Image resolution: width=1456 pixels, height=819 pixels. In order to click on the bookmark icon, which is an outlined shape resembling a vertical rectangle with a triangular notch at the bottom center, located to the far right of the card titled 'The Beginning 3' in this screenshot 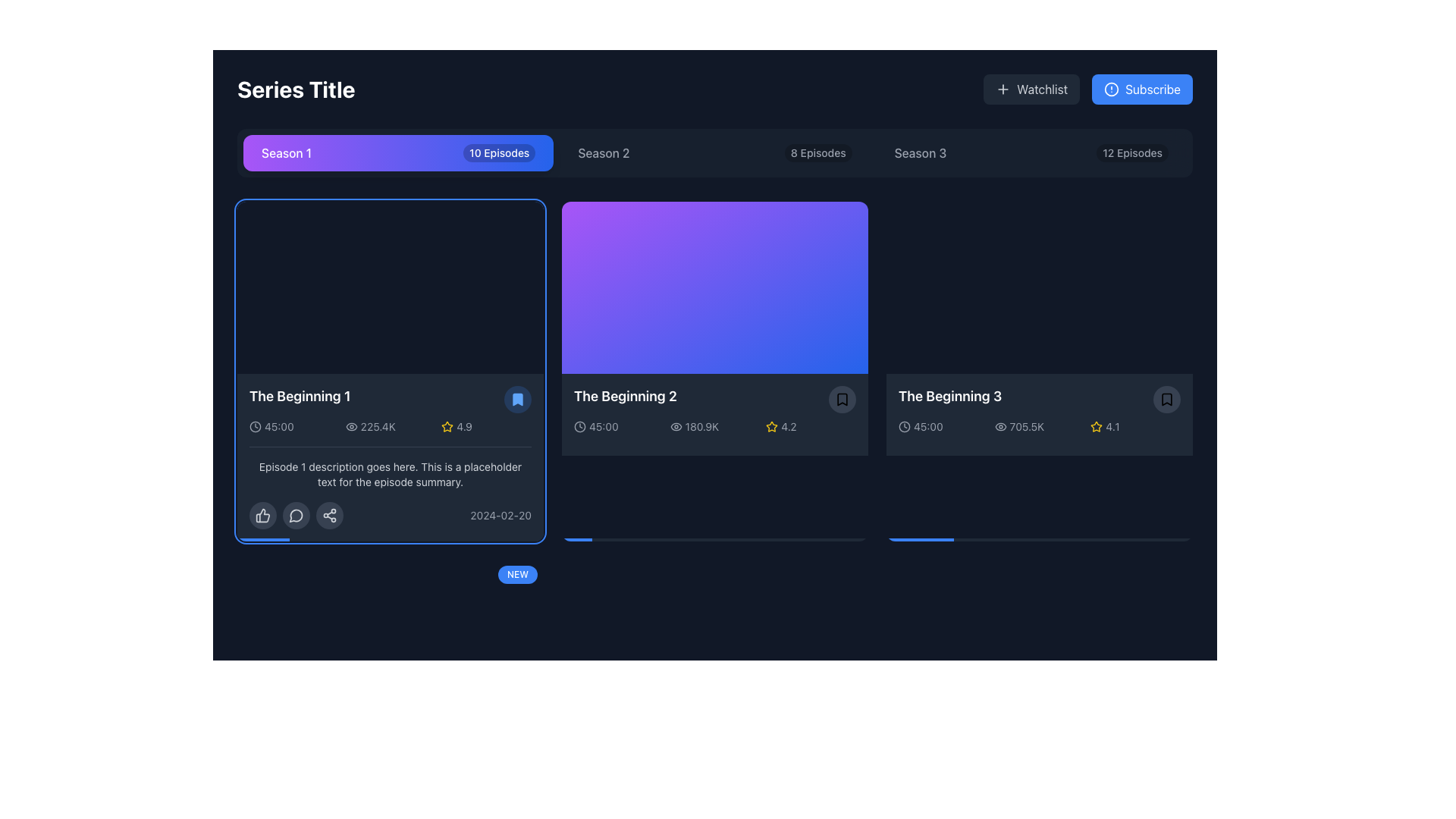, I will do `click(1166, 399)`.